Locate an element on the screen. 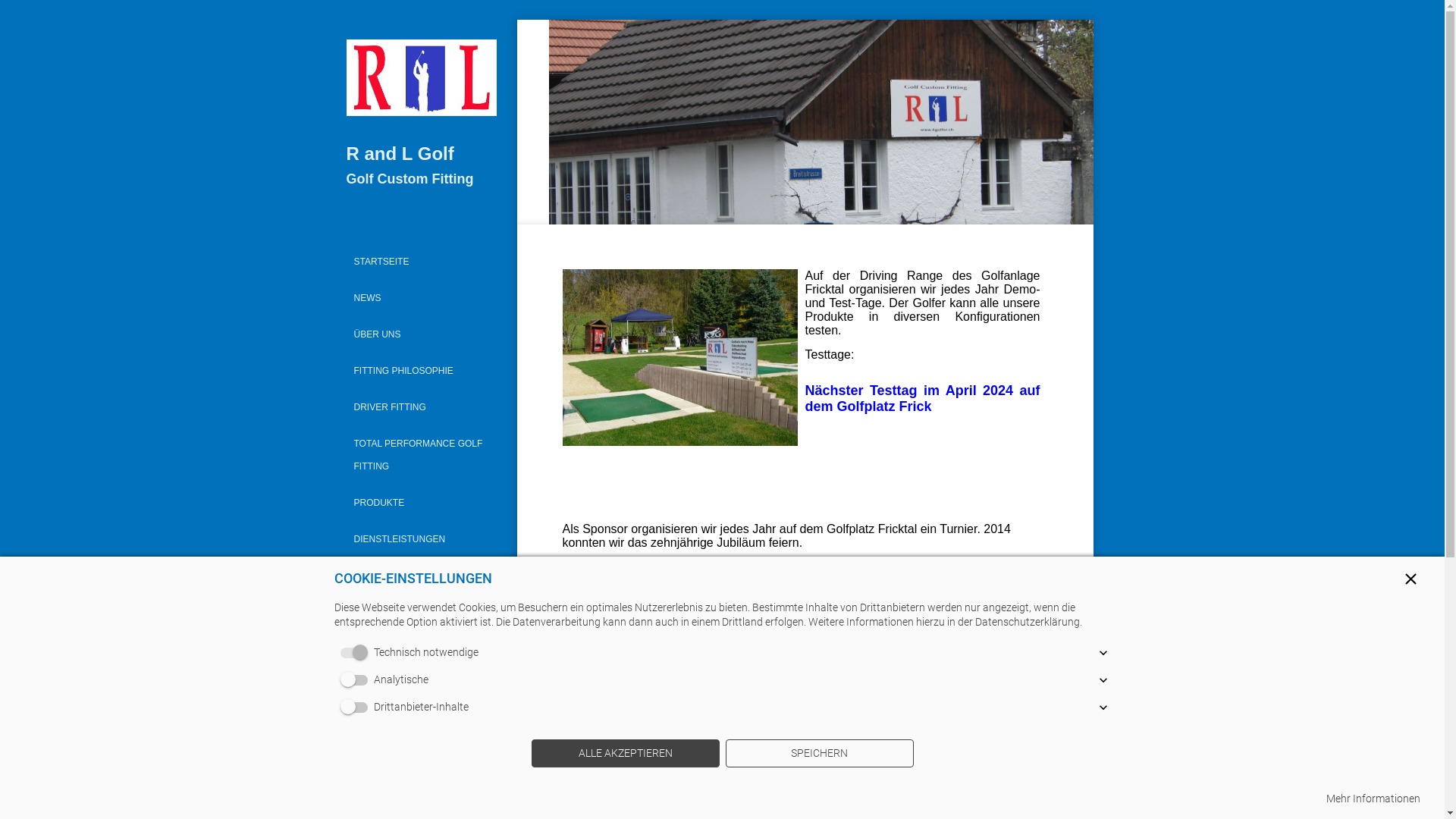 This screenshot has width=1456, height=819. 'ALLE AKZEPTIEREN' is located at coordinates (531, 754).